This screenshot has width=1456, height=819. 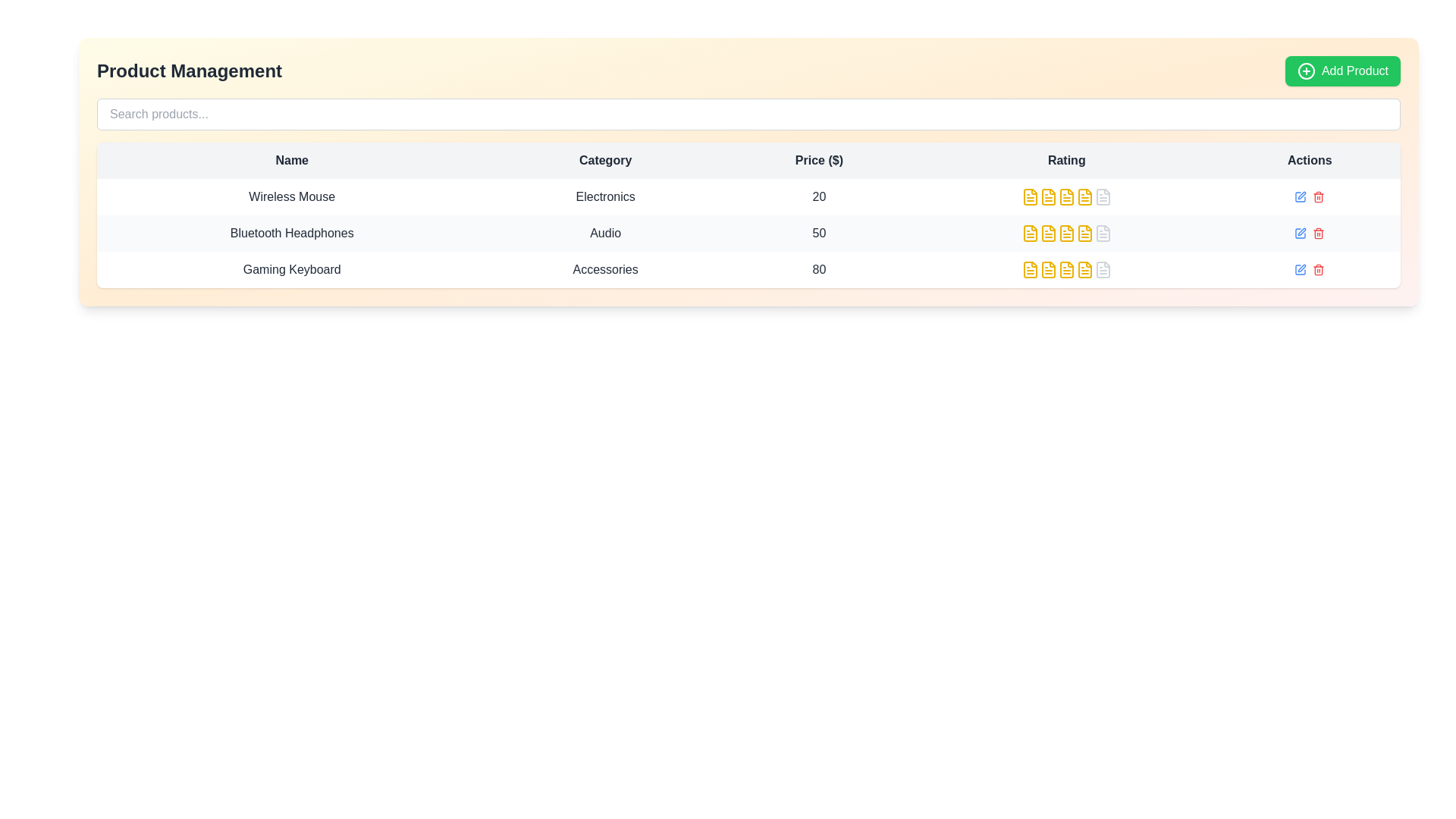 I want to click on the active yellow rating icon, which is the fourth icon in the rating group of the last row in the product table, so click(x=1065, y=268).